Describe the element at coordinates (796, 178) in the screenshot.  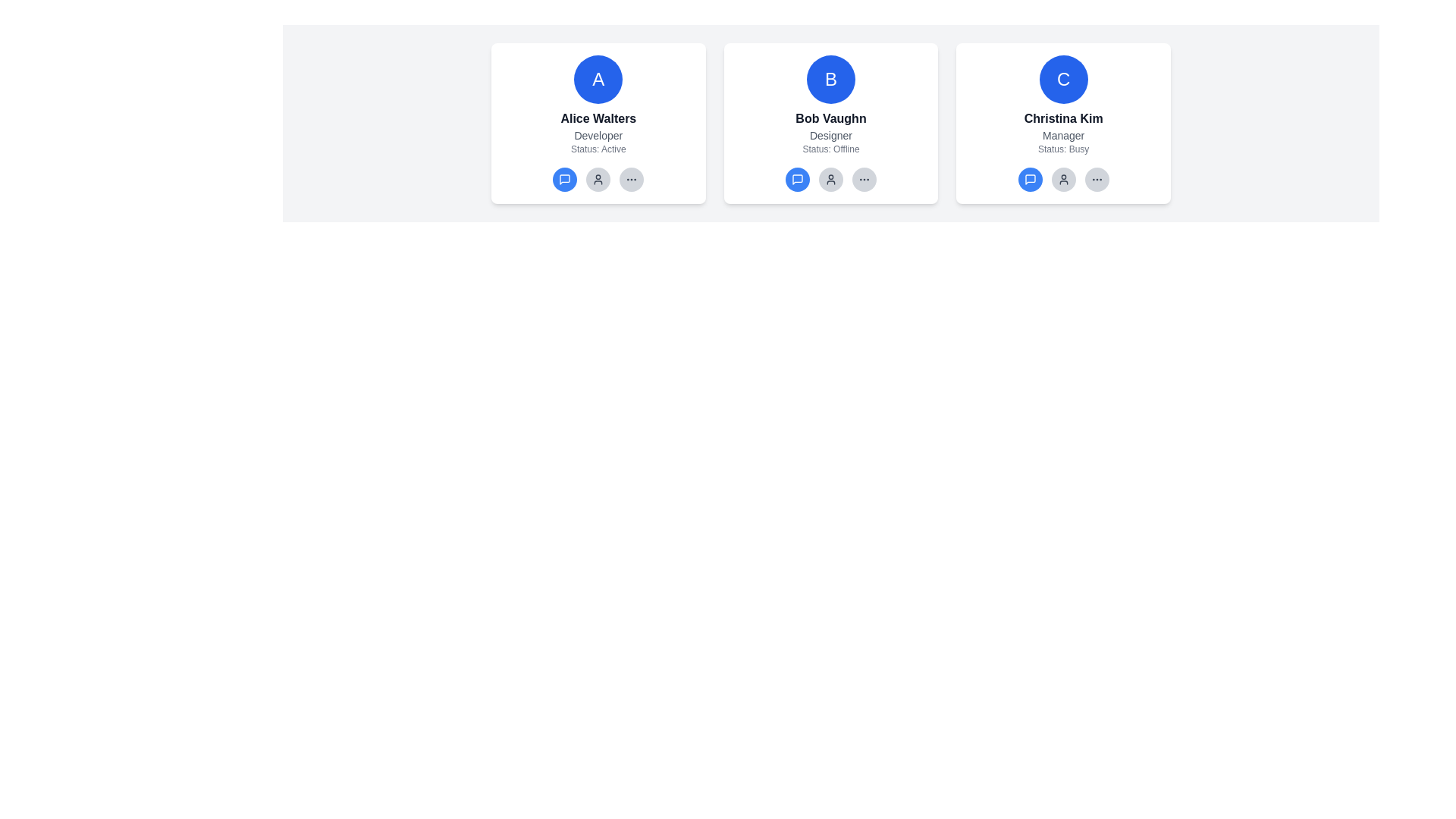
I see `the chat button for 'Bob Vaughn'` at that location.